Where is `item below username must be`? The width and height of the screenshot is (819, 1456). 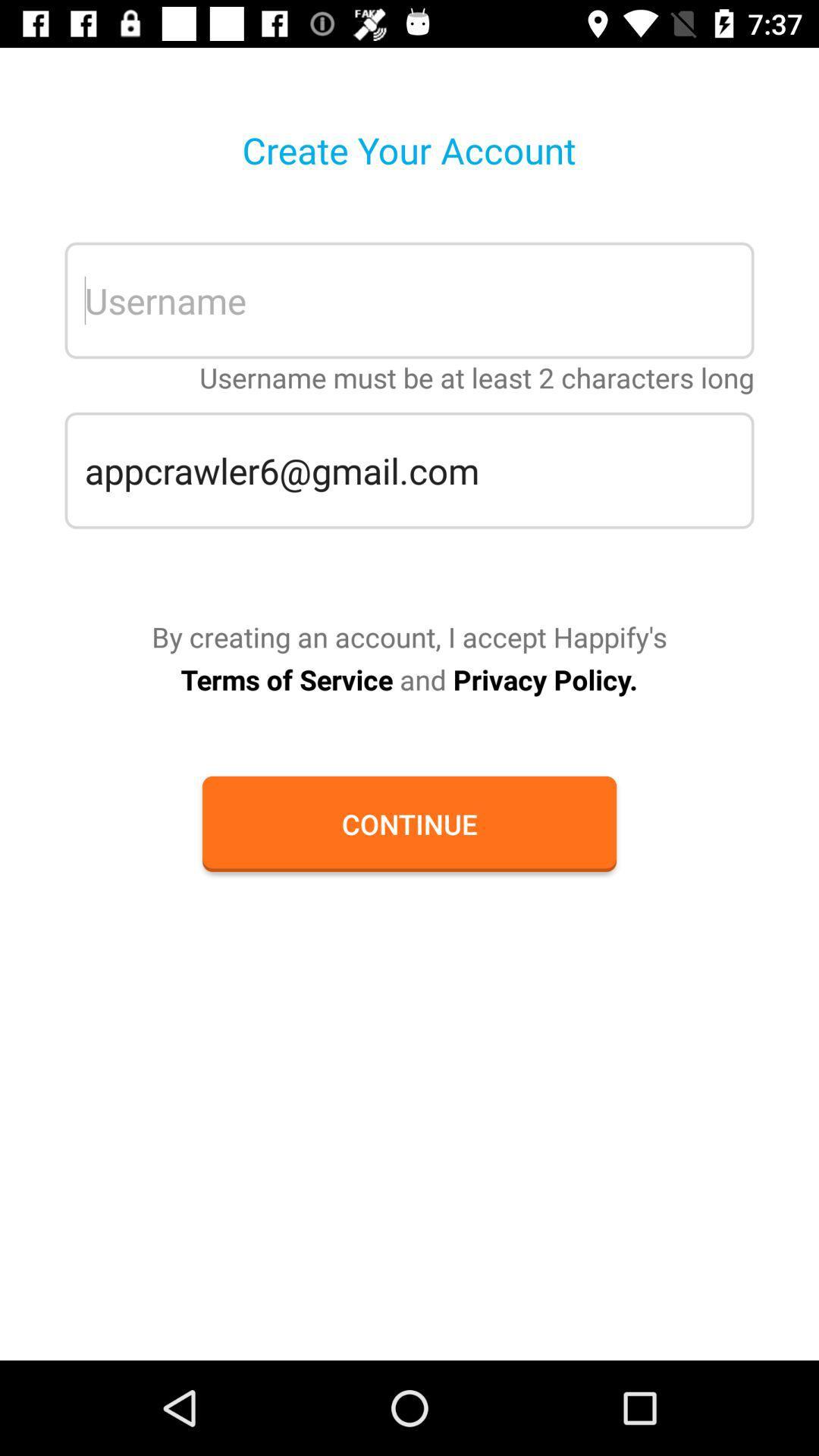
item below username must be is located at coordinates (409, 469).